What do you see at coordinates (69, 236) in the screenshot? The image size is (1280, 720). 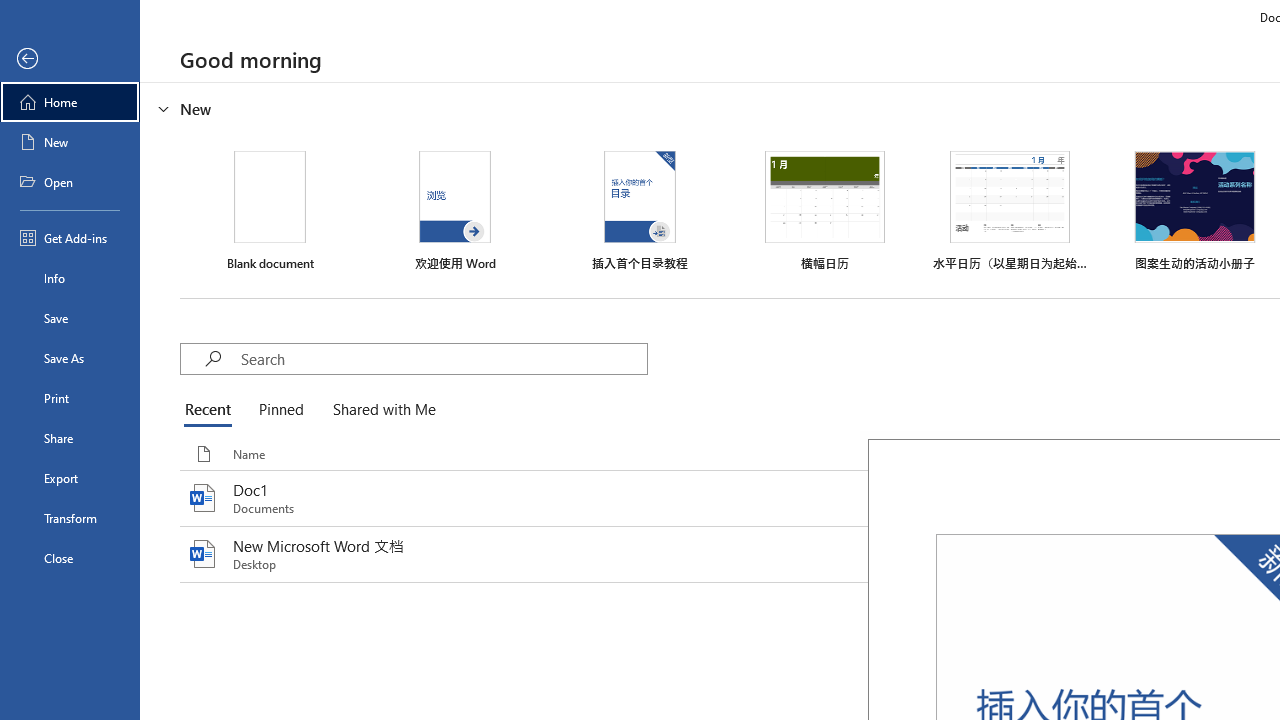 I see `'Get Add-ins'` at bounding box center [69, 236].